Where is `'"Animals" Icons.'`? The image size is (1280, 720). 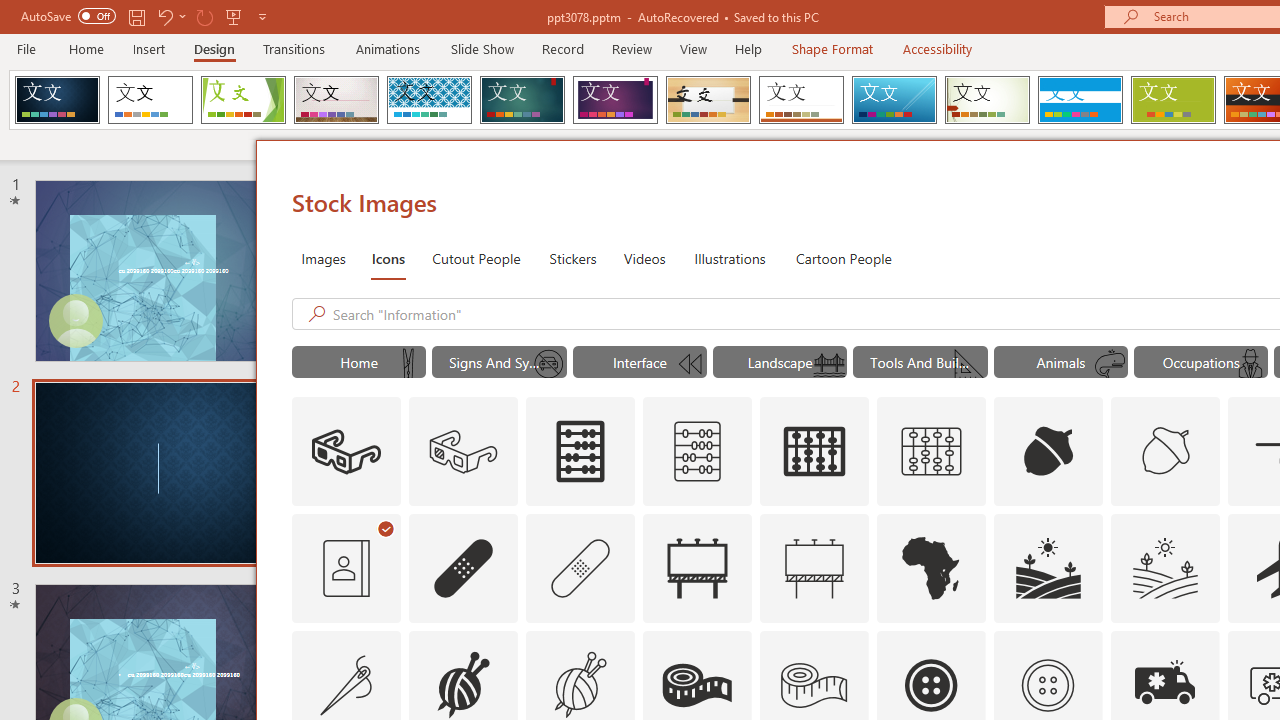
'"Animals" Icons.' is located at coordinates (1060, 362).